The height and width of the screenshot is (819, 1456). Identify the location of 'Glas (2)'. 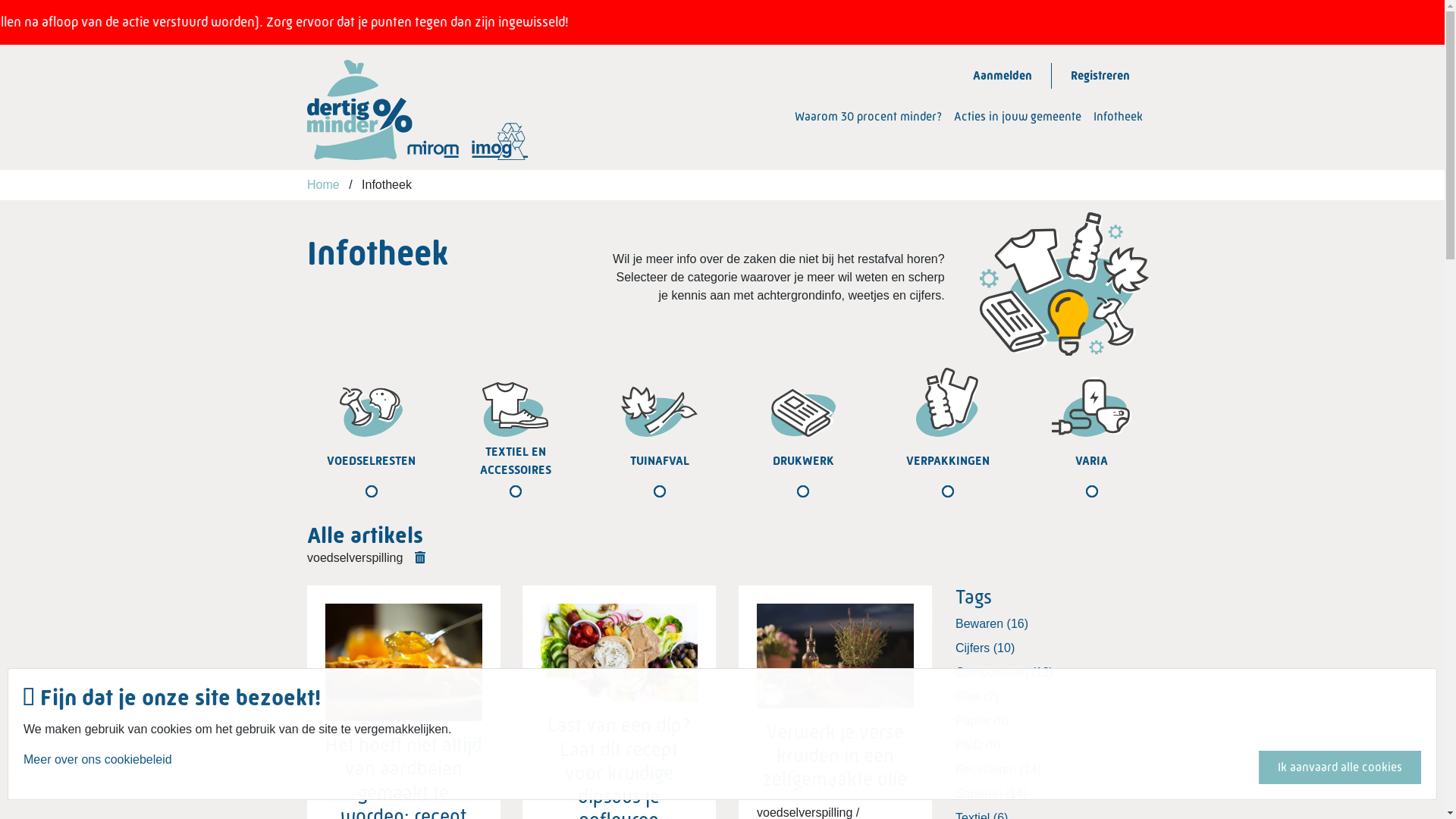
(954, 696).